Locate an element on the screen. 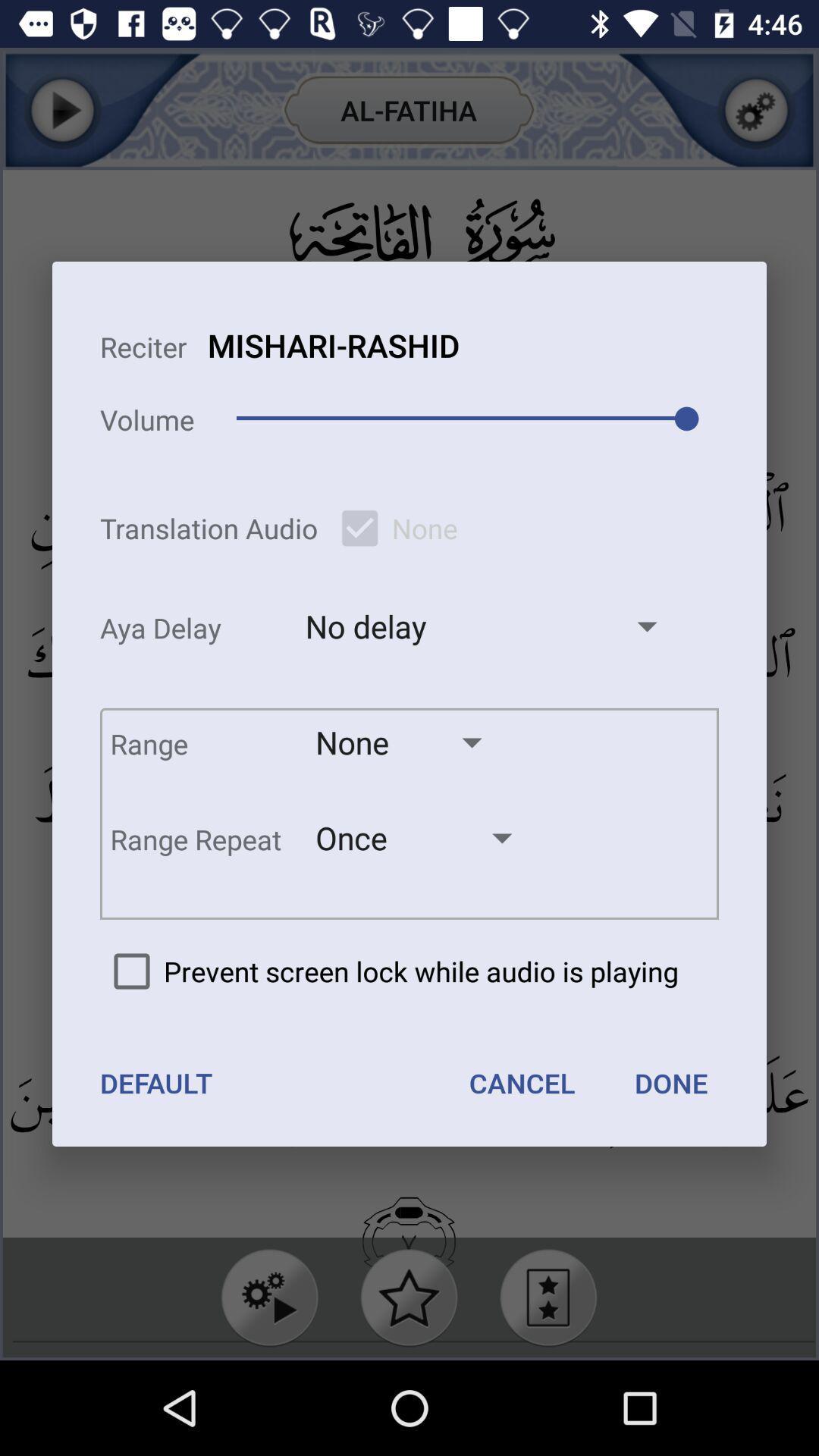 This screenshot has height=1456, width=819. the item below range repeat is located at coordinates (388, 971).